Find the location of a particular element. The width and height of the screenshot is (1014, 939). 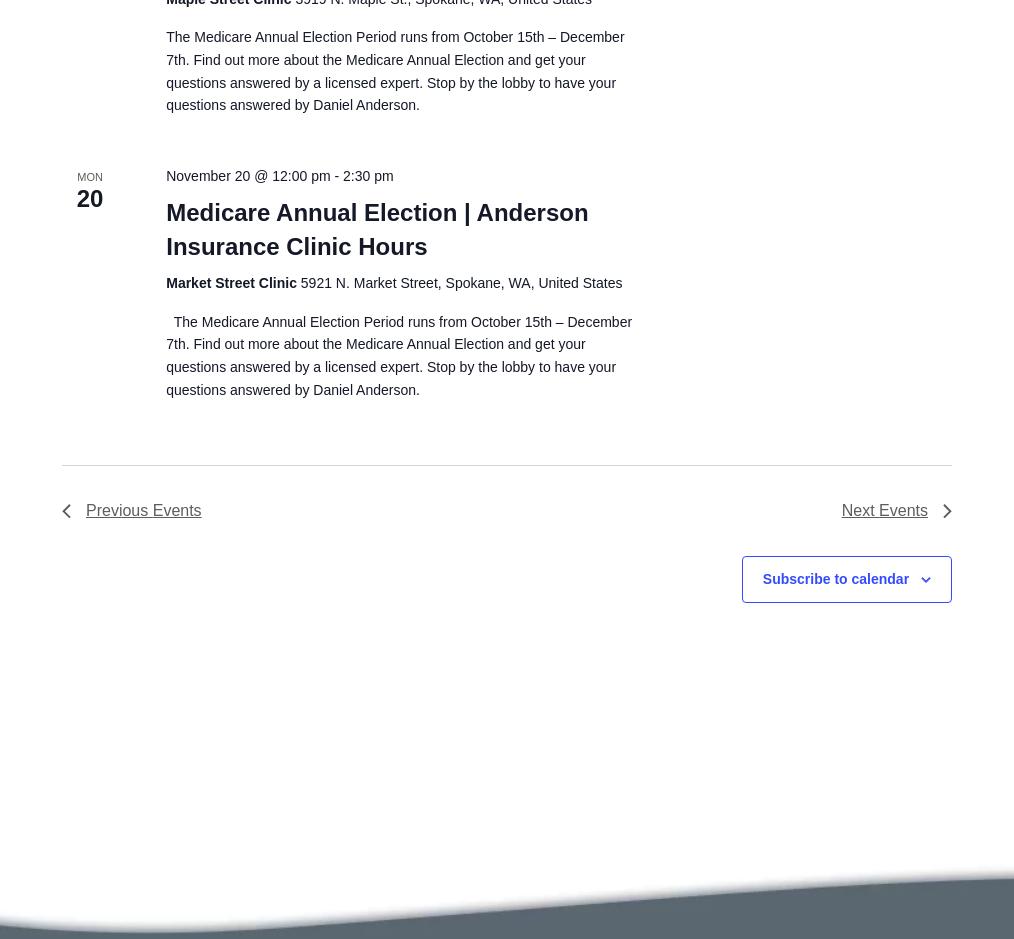

'5921 N. Market Street, Spokane, WA, United States' is located at coordinates (300, 280).